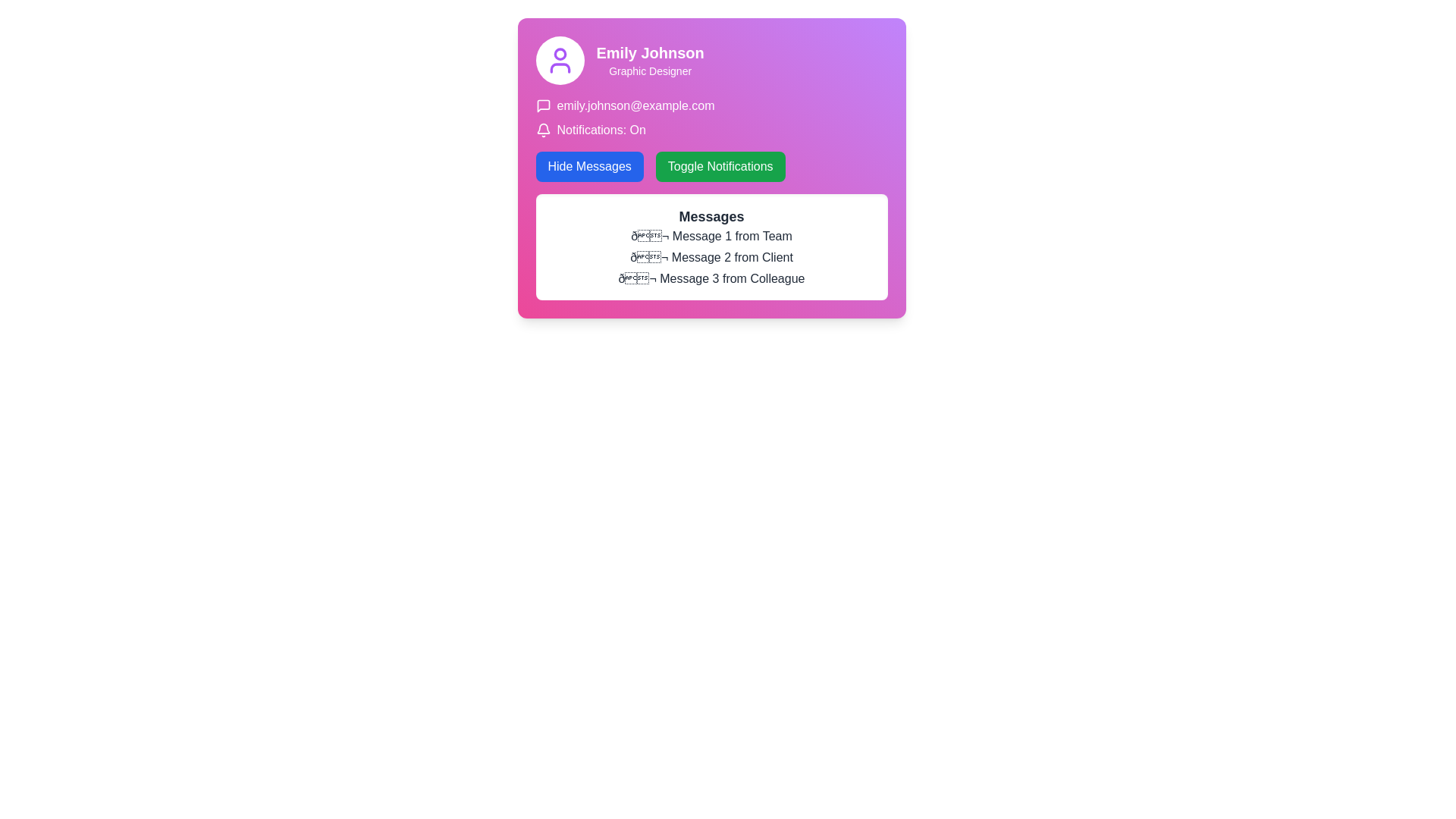 The height and width of the screenshot is (819, 1456). I want to click on the text display item reading '📬 Message 3 from Colleague', so click(711, 278).